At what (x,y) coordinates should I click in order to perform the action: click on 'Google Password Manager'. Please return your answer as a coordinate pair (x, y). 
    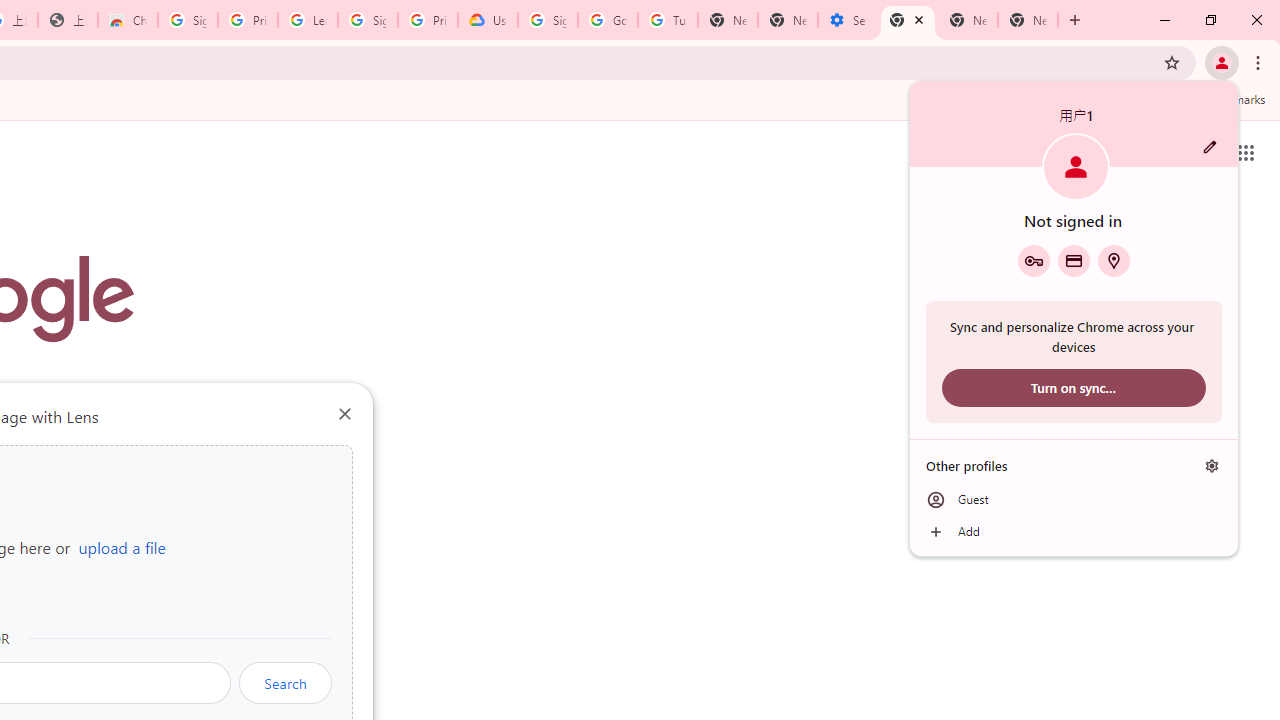
    Looking at the image, I should click on (1033, 260).